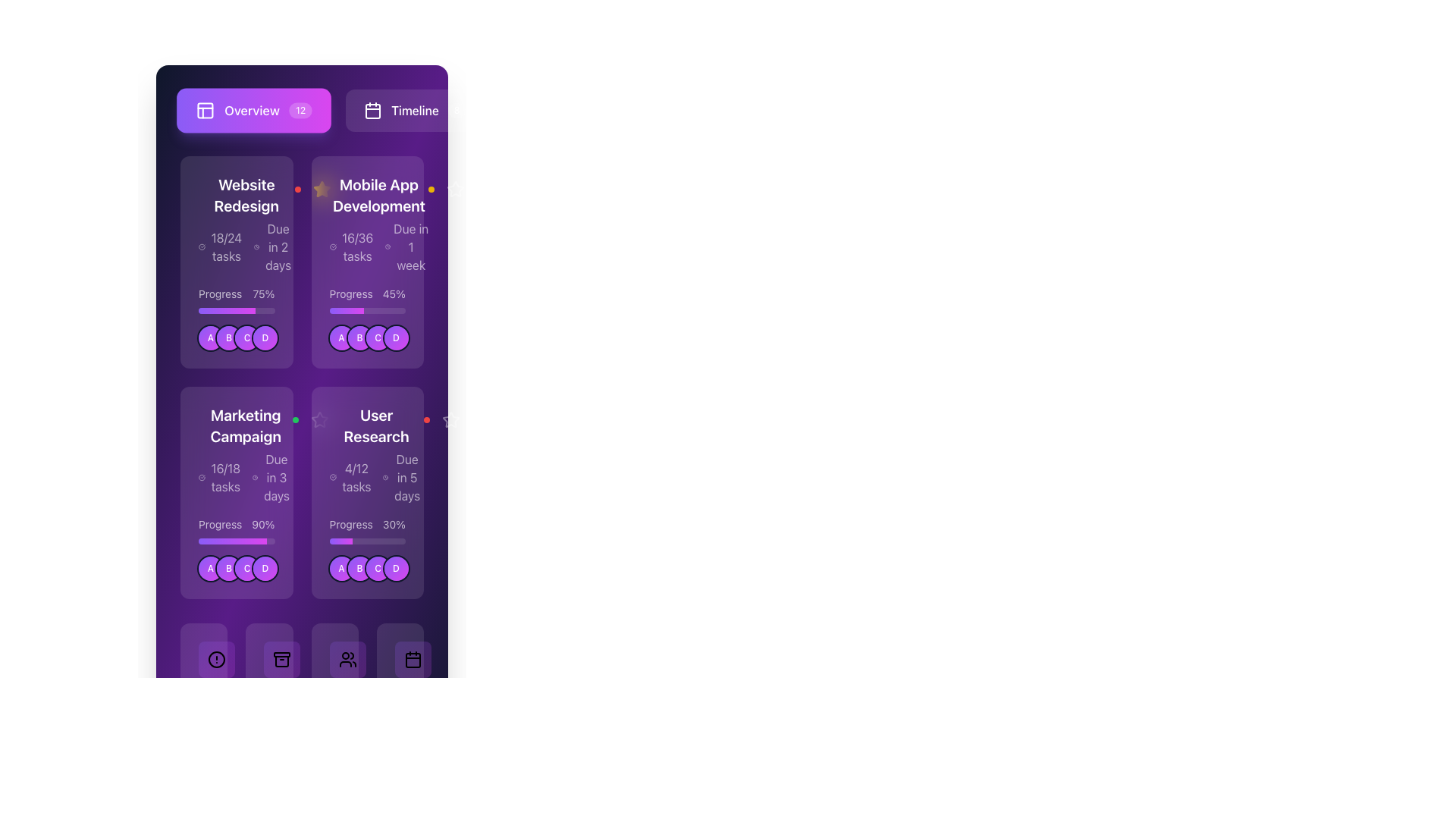  What do you see at coordinates (407, 476) in the screenshot?
I see `the static text label indicating the due date of a task located in the bottom-right corner of the 'User Research' card, below the task progress bar` at bounding box center [407, 476].